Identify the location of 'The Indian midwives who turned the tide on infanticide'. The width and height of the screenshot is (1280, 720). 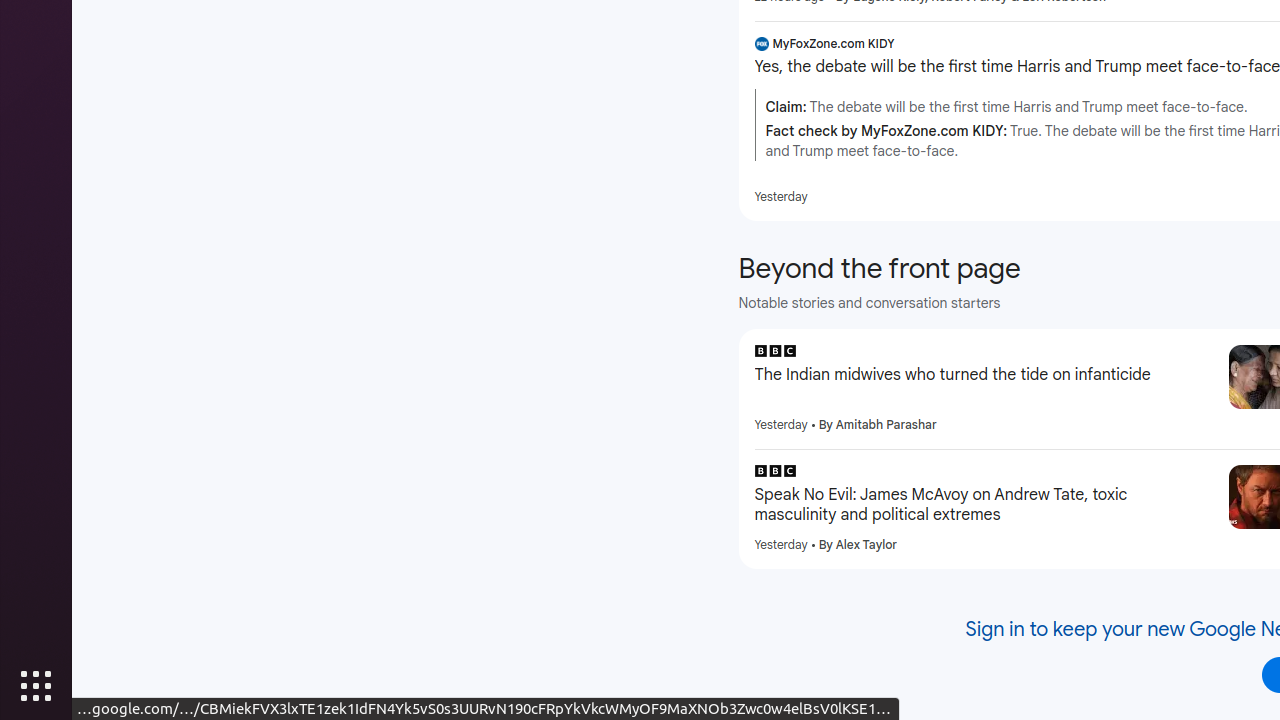
(983, 374).